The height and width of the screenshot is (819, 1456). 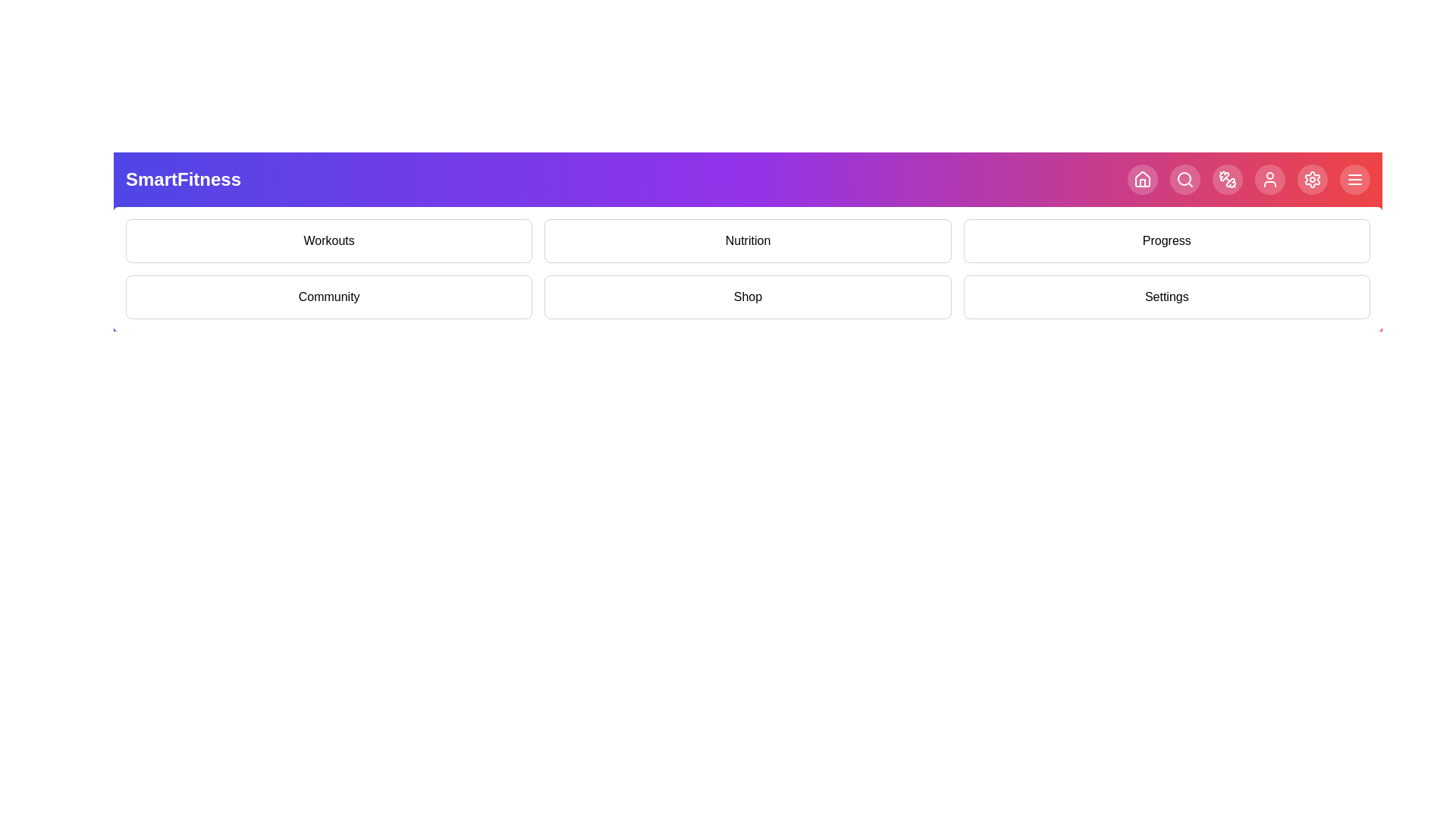 What do you see at coordinates (1354, 178) in the screenshot?
I see `menu button to toggle the menu visibility` at bounding box center [1354, 178].